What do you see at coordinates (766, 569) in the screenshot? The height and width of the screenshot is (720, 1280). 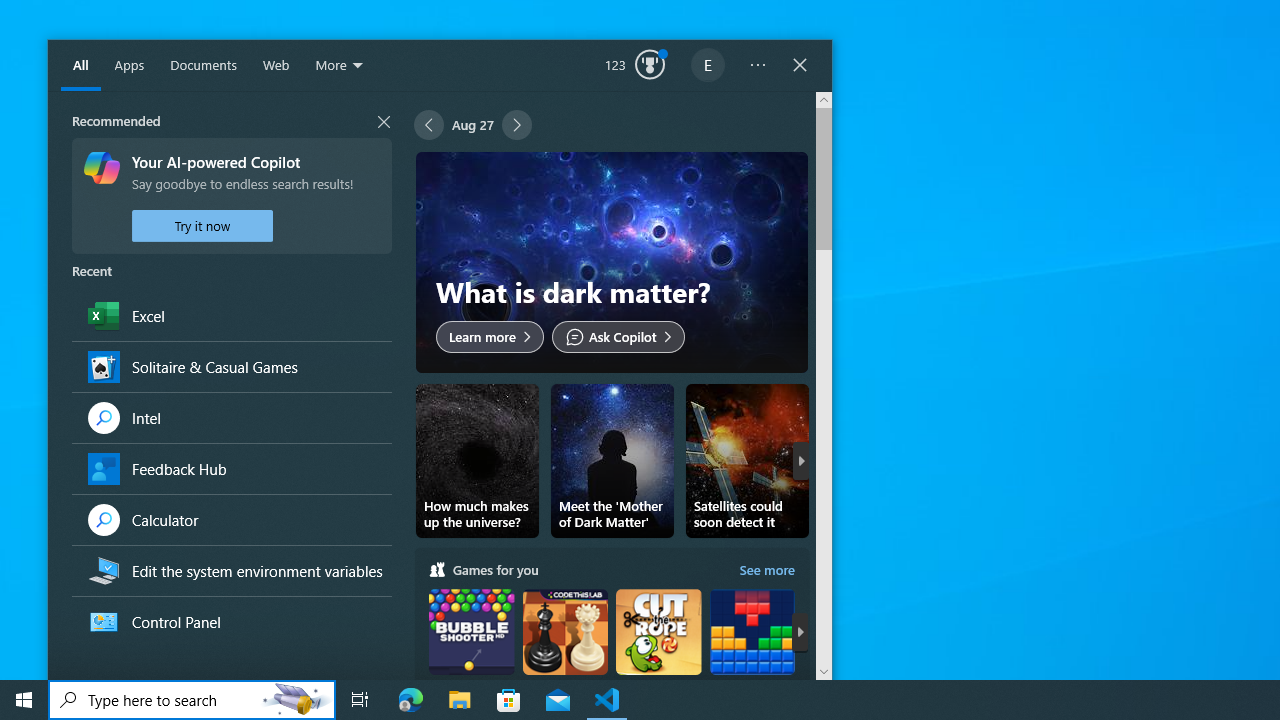 I see `'See more'` at bounding box center [766, 569].